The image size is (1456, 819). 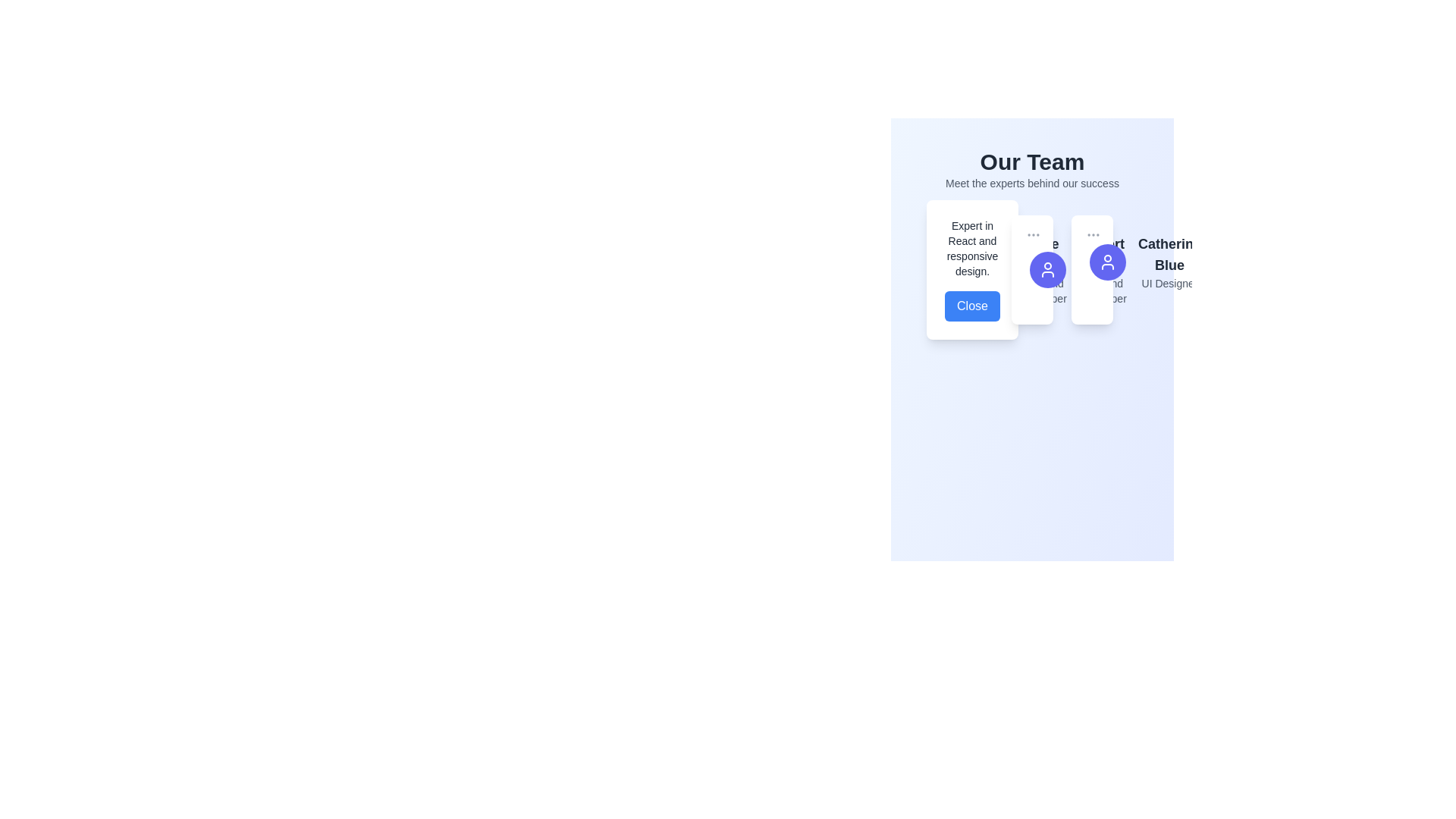 I want to click on text label indicating the job title or role of 'Catherine Blue', which is located directly beneath her name and horizontally centered with respect to it, so click(x=1169, y=284).